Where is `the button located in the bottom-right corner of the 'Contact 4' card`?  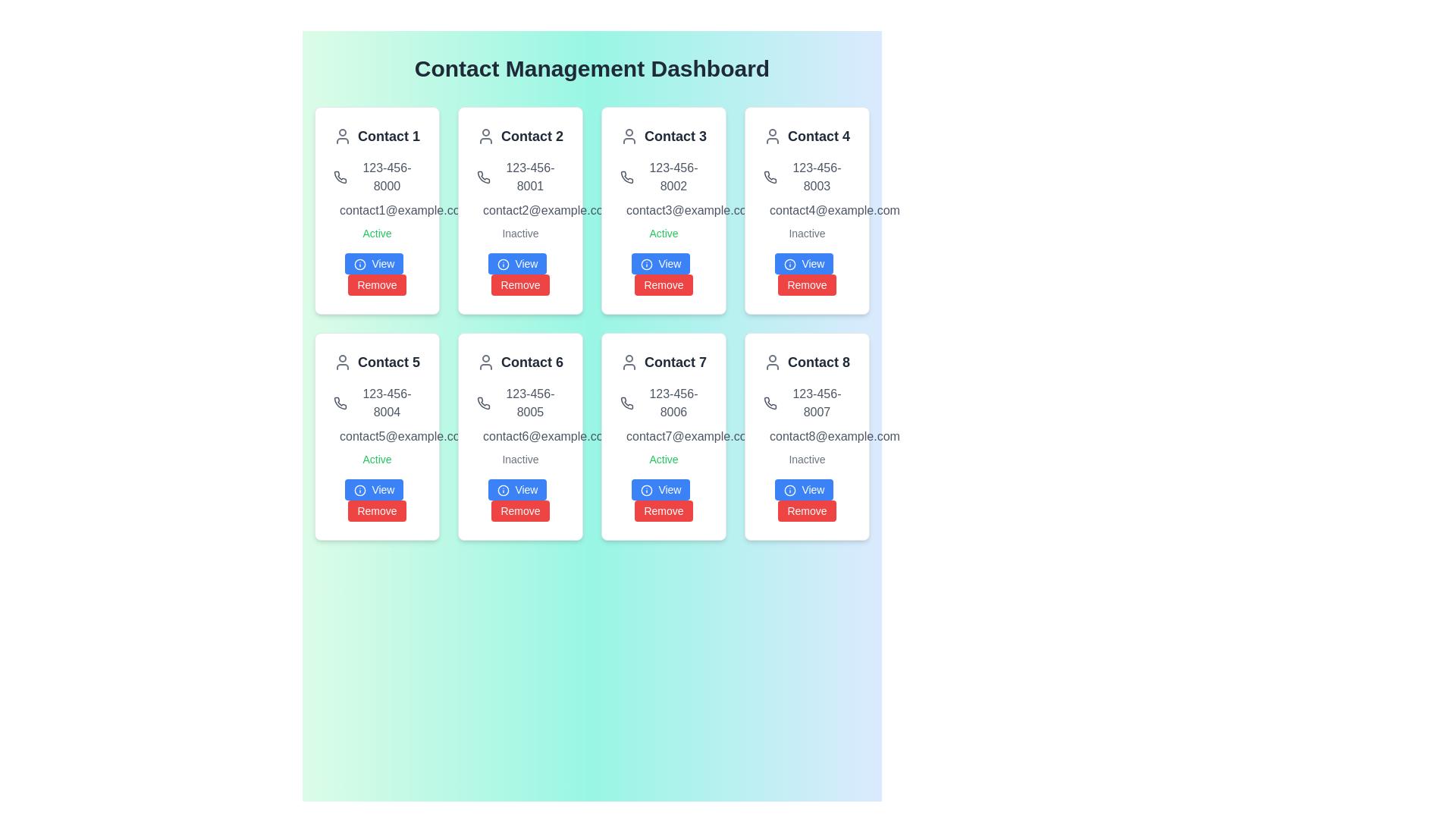
the button located in the bottom-right corner of the 'Contact 4' card is located at coordinates (806, 275).